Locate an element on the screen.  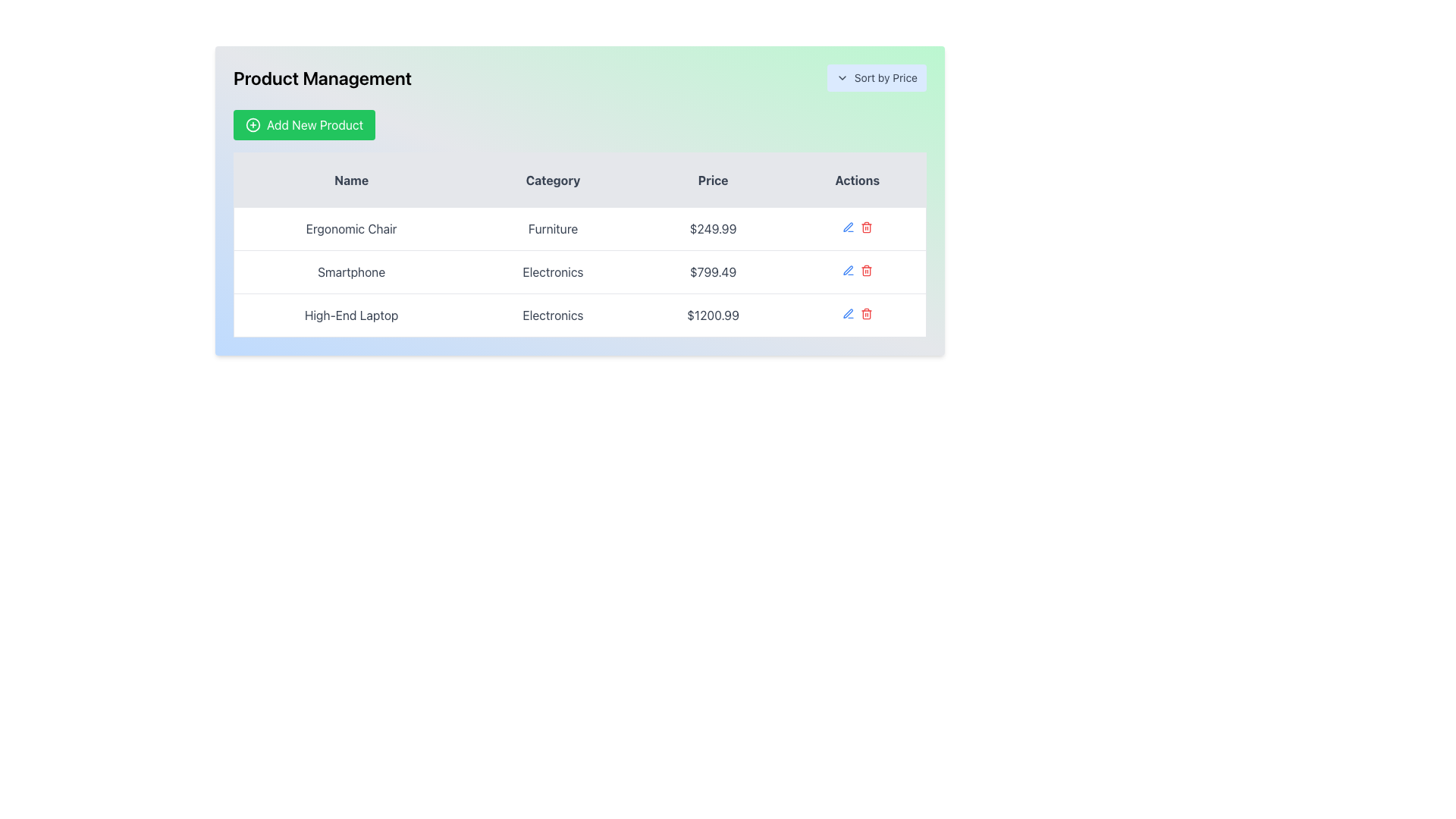
the text label identifying the product 'Smartphone' located in the second row of the table in the 'Name' column is located at coordinates (350, 271).